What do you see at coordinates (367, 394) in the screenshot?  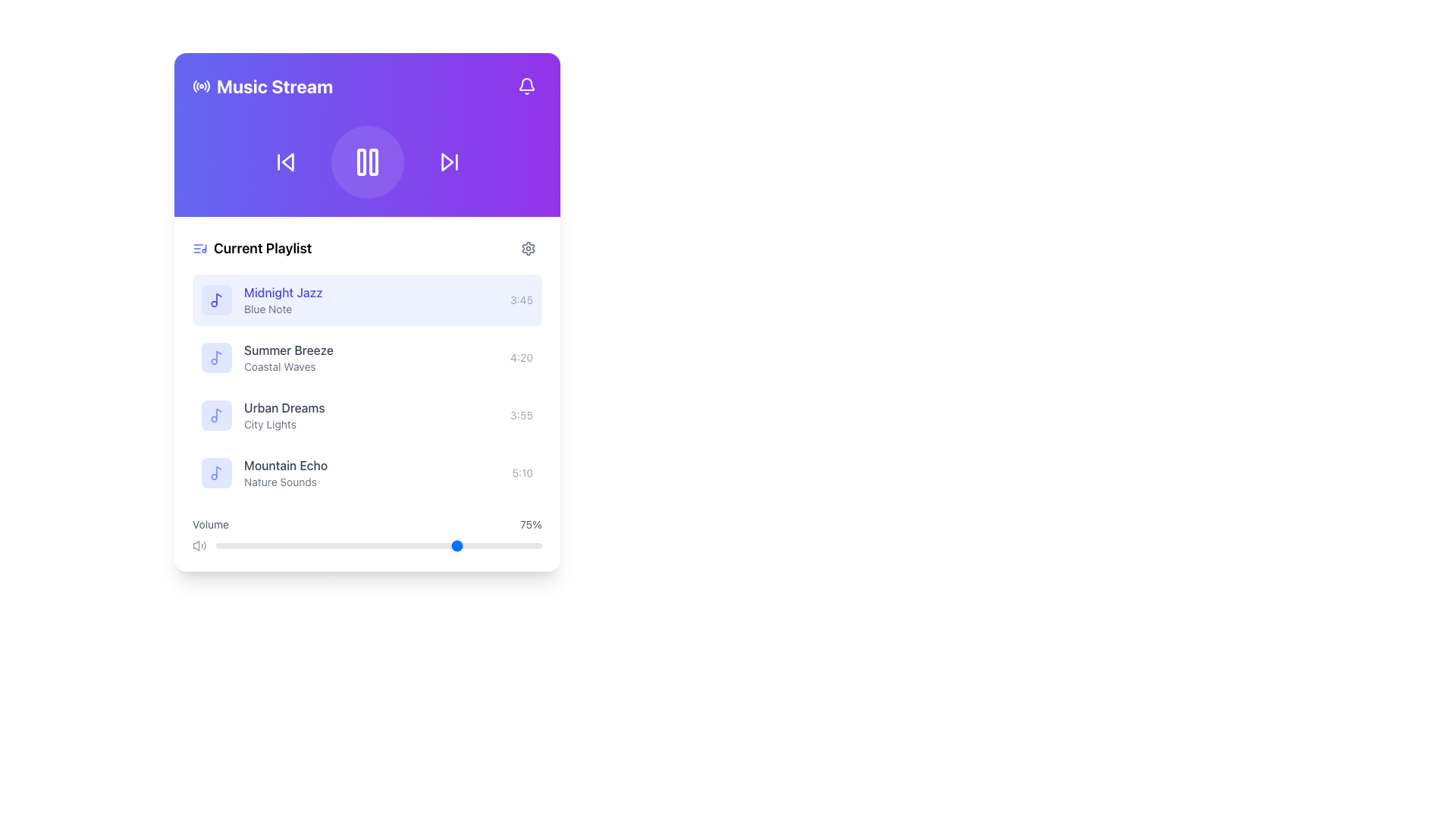 I see `the Playlist item row representing the second track in the playlist` at bounding box center [367, 394].